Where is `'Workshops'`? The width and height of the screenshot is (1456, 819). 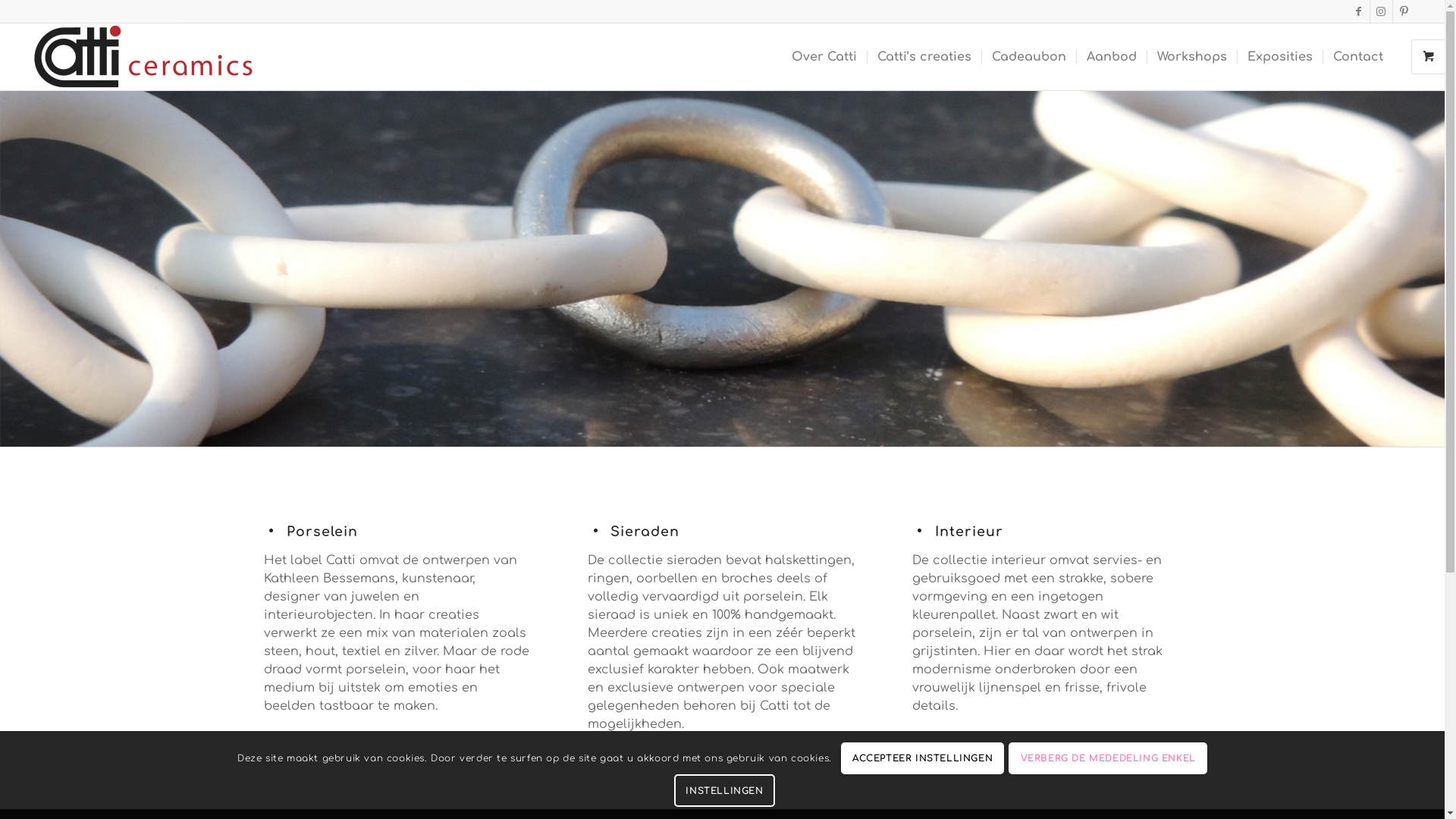
'Workshops' is located at coordinates (1191, 55).